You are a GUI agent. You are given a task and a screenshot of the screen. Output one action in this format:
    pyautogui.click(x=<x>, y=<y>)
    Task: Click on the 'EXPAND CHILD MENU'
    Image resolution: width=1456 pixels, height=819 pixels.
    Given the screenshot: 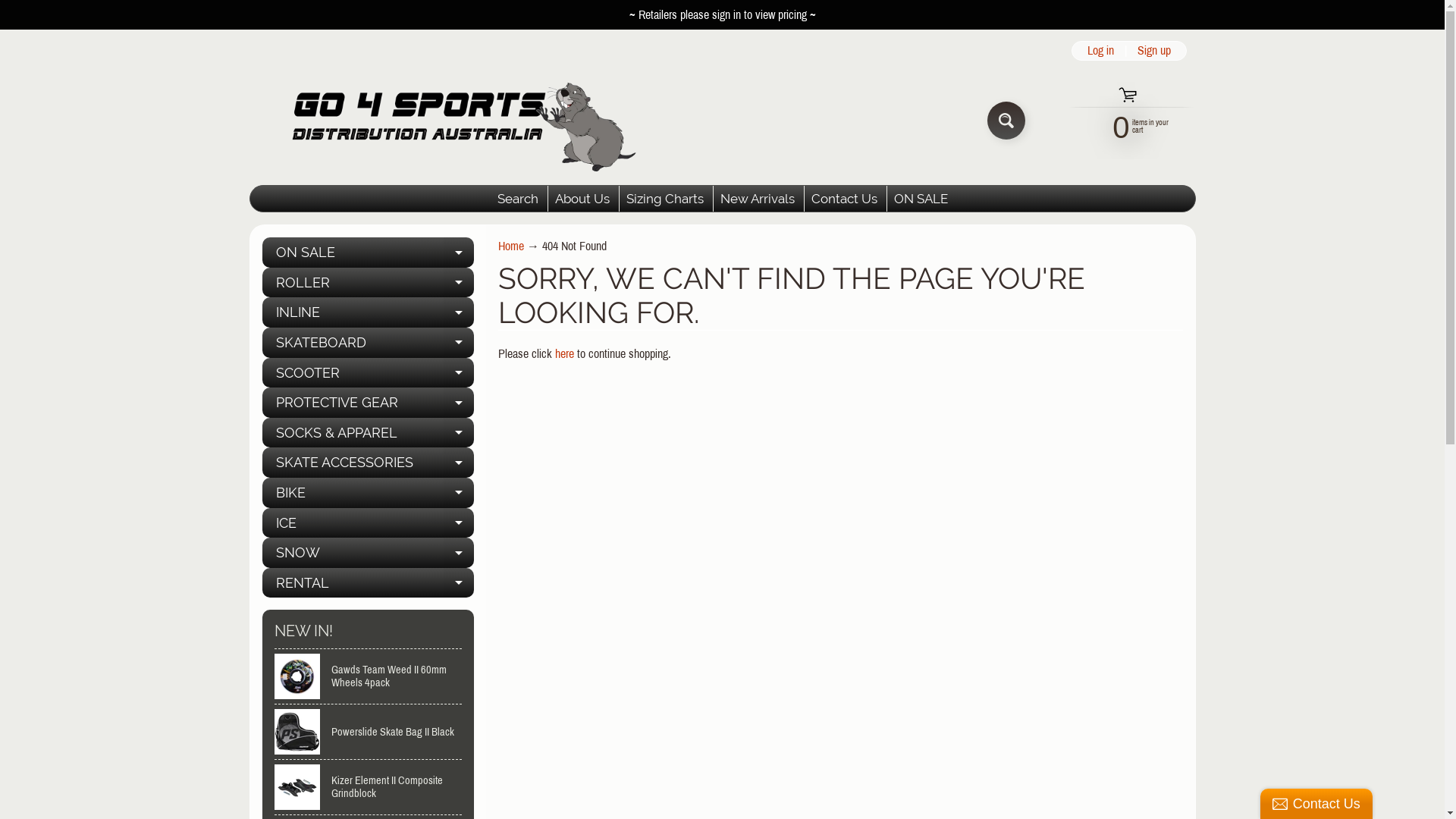 What is the action you would take?
    pyautogui.click(x=457, y=312)
    